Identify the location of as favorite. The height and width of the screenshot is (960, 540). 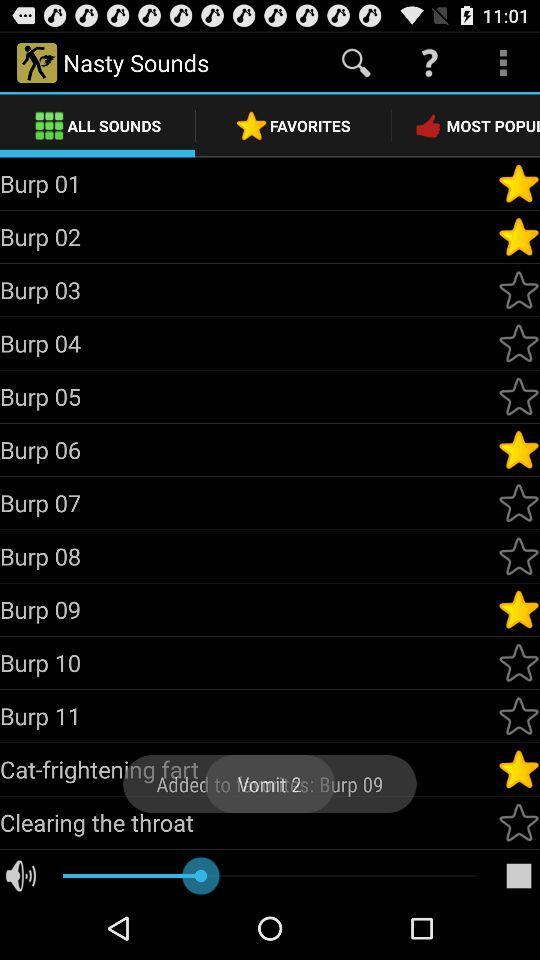
(518, 343).